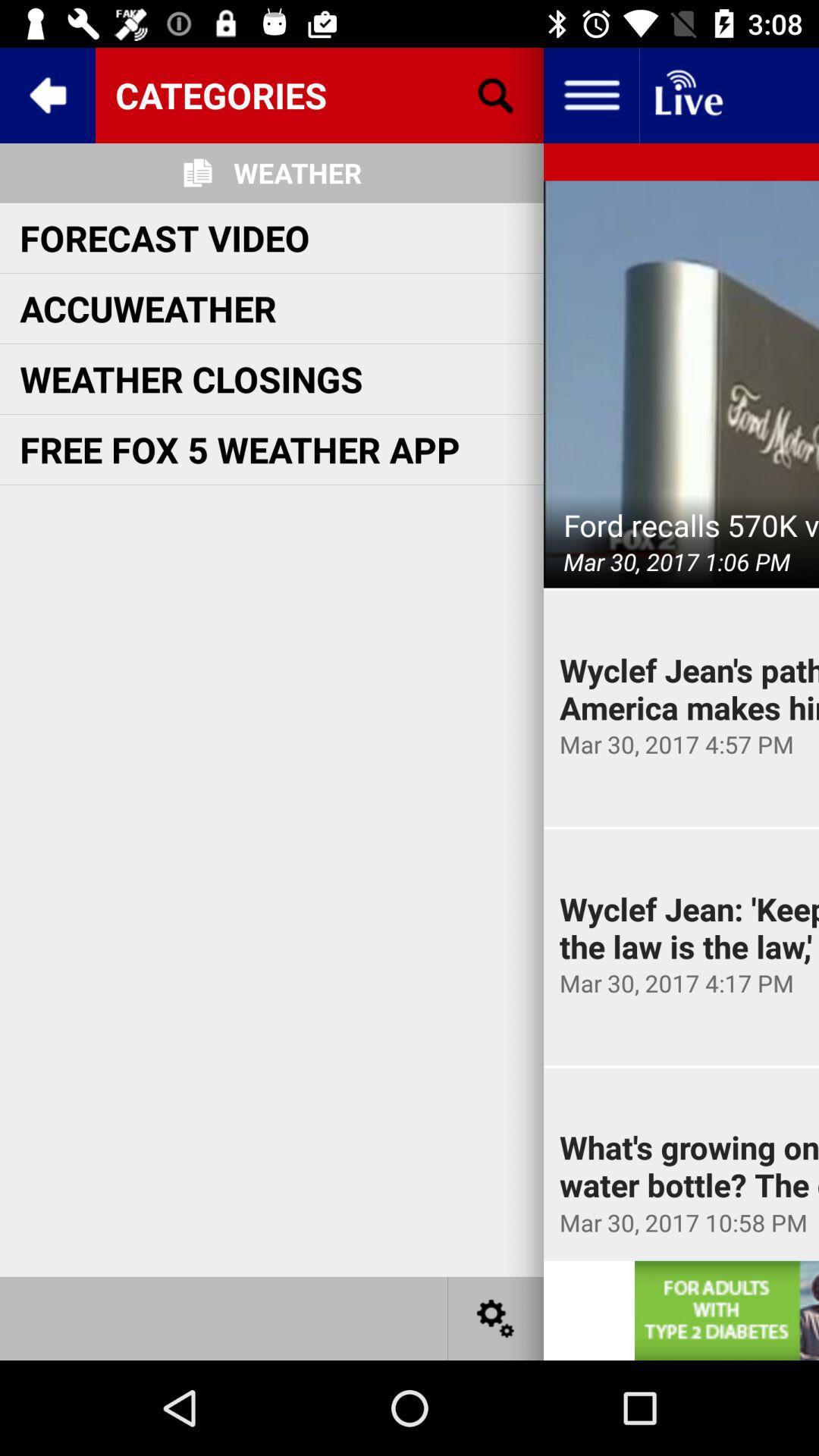 The width and height of the screenshot is (819, 1456). Describe the element at coordinates (46, 94) in the screenshot. I see `return` at that location.